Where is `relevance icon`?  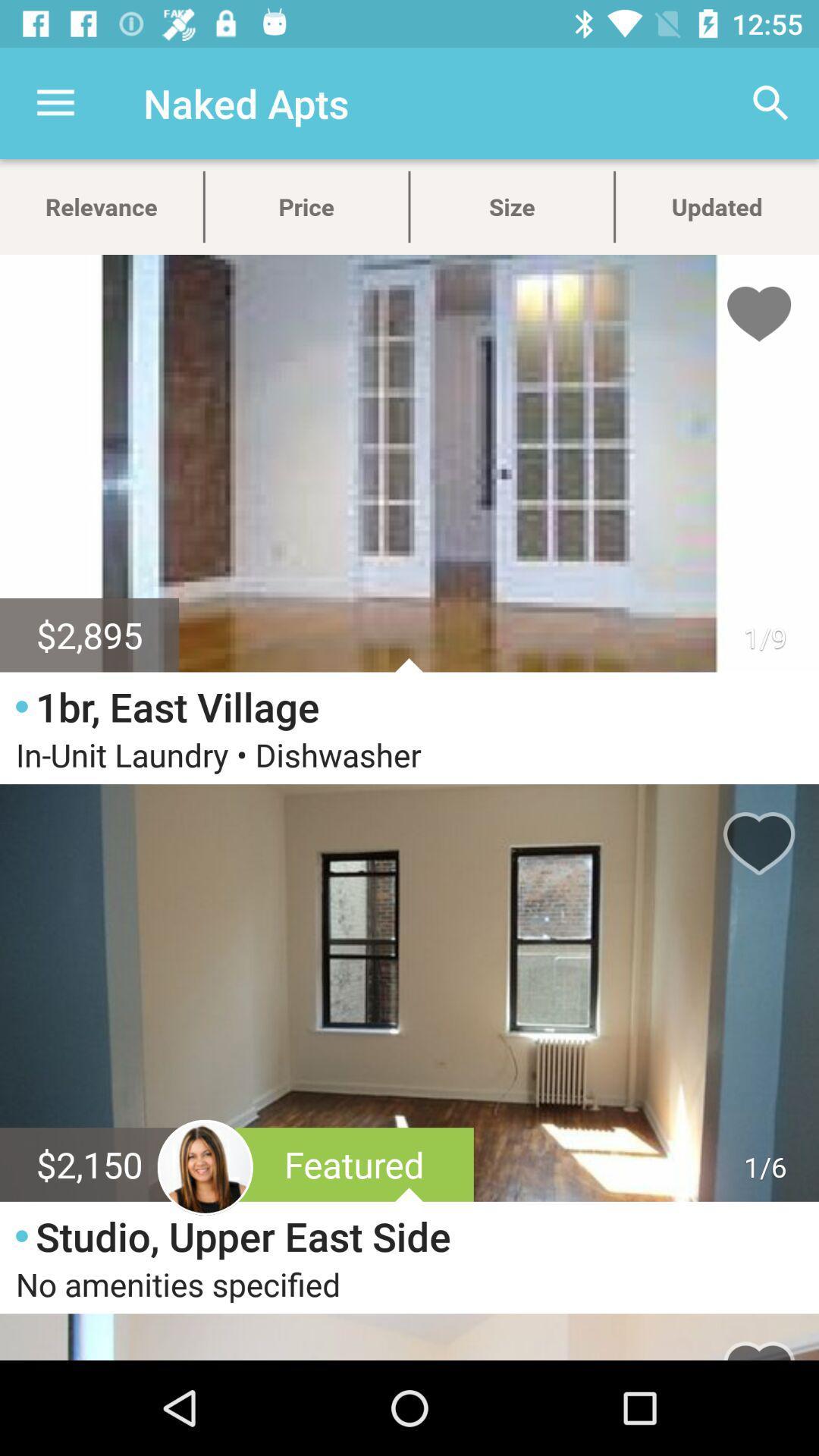 relevance icon is located at coordinates (101, 206).